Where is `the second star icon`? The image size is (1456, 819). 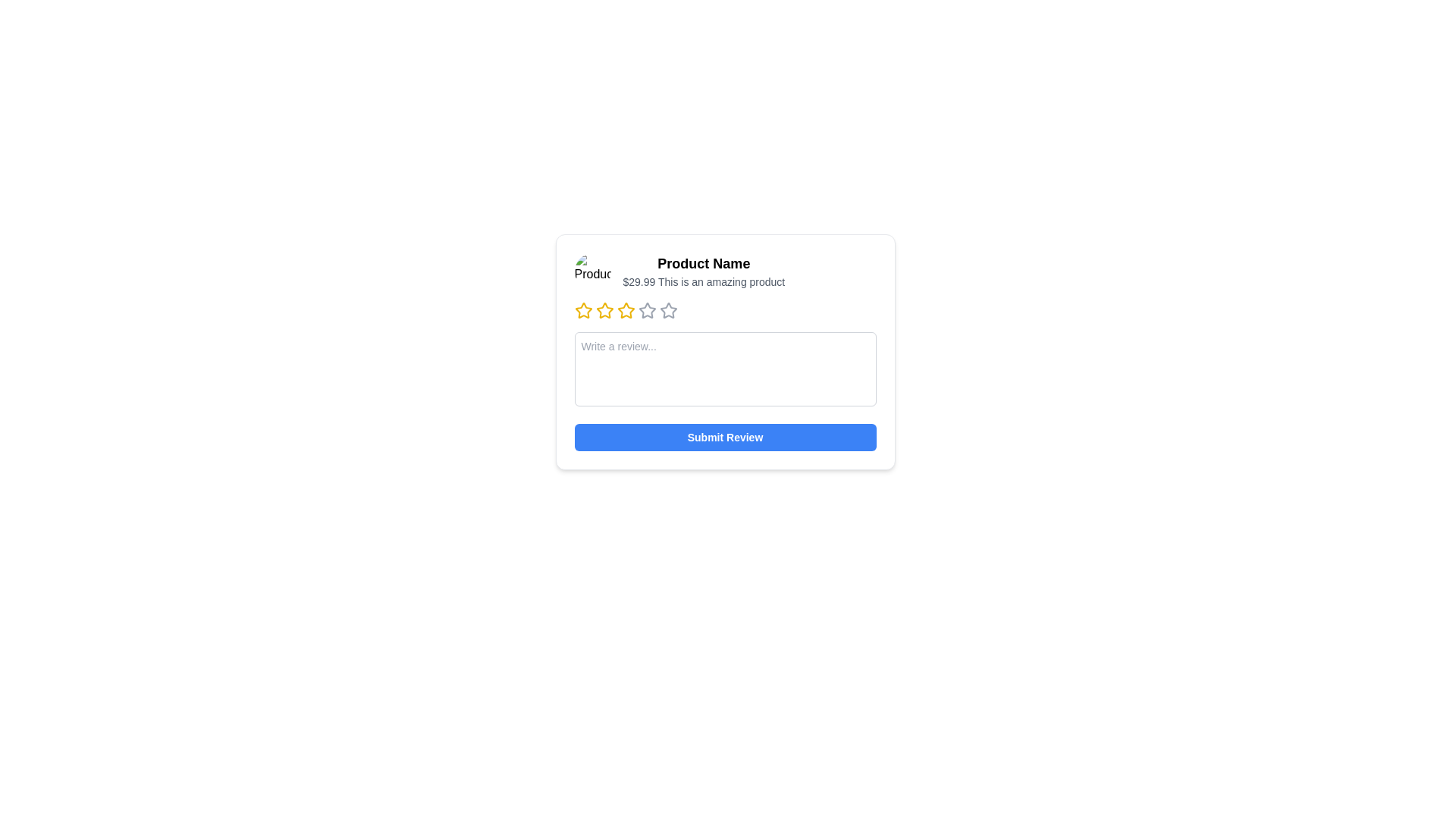
the second star icon is located at coordinates (604, 309).